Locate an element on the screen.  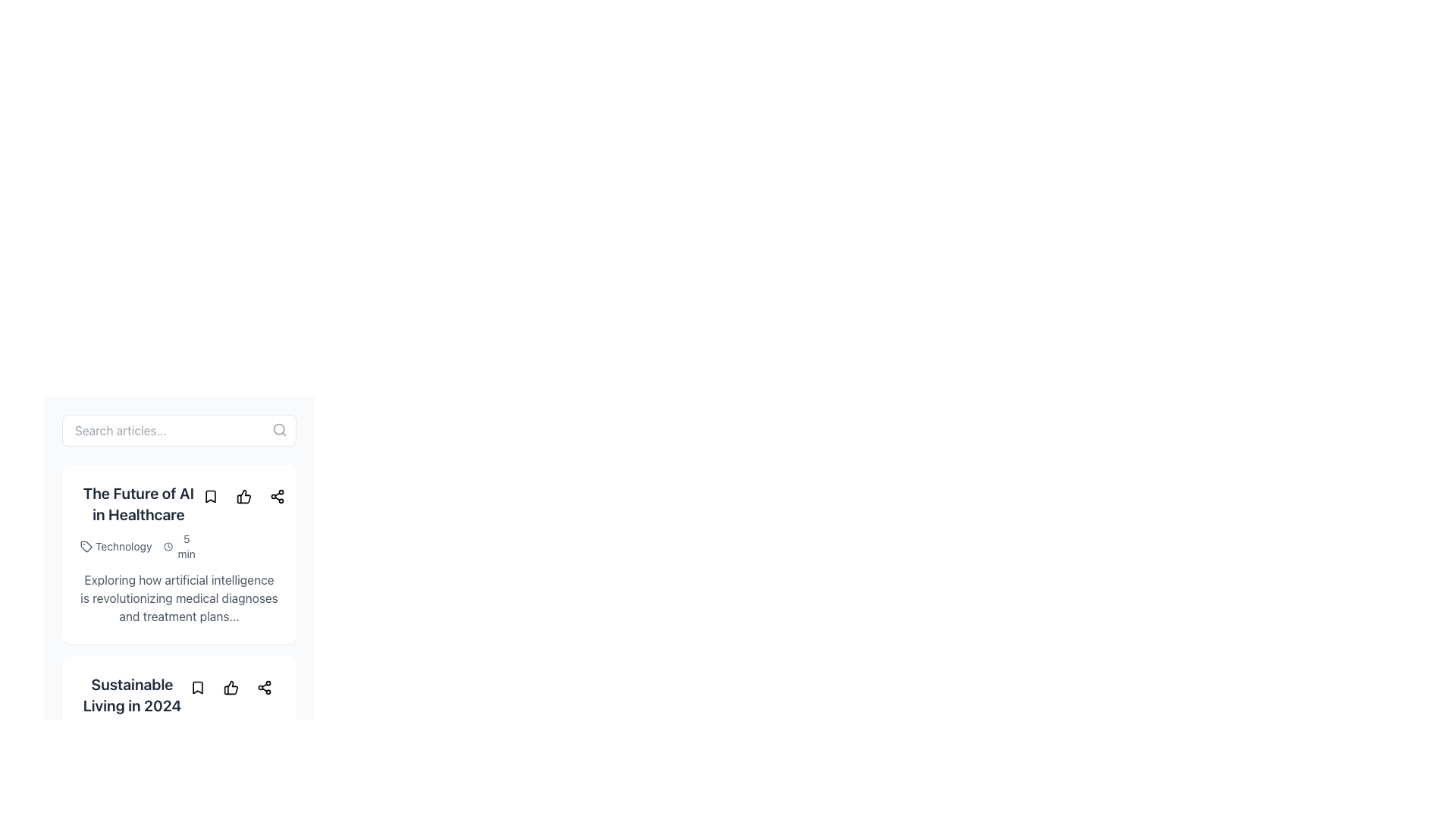
the Article summary card, which provides a summary including title, tags, estimated reading time, and description, located below the search bar and above the 'Sustainable Living in 2024' card is located at coordinates (179, 554).